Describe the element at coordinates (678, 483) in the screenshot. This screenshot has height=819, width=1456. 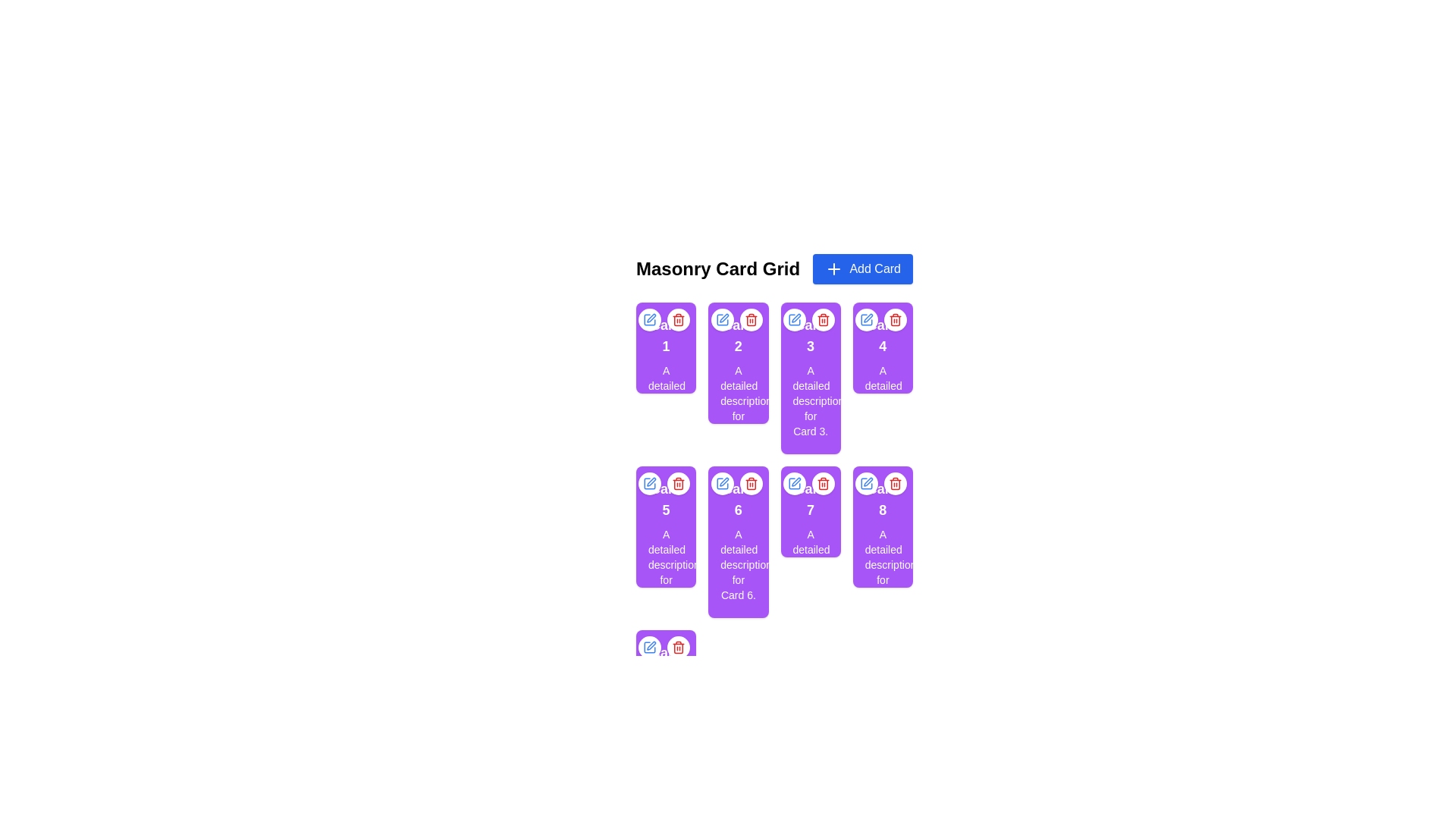
I see `the circular delete button with a white background and red trash can icon, which is the second button in a row of two, located in the top-right corner of the card labeled '5'` at that location.